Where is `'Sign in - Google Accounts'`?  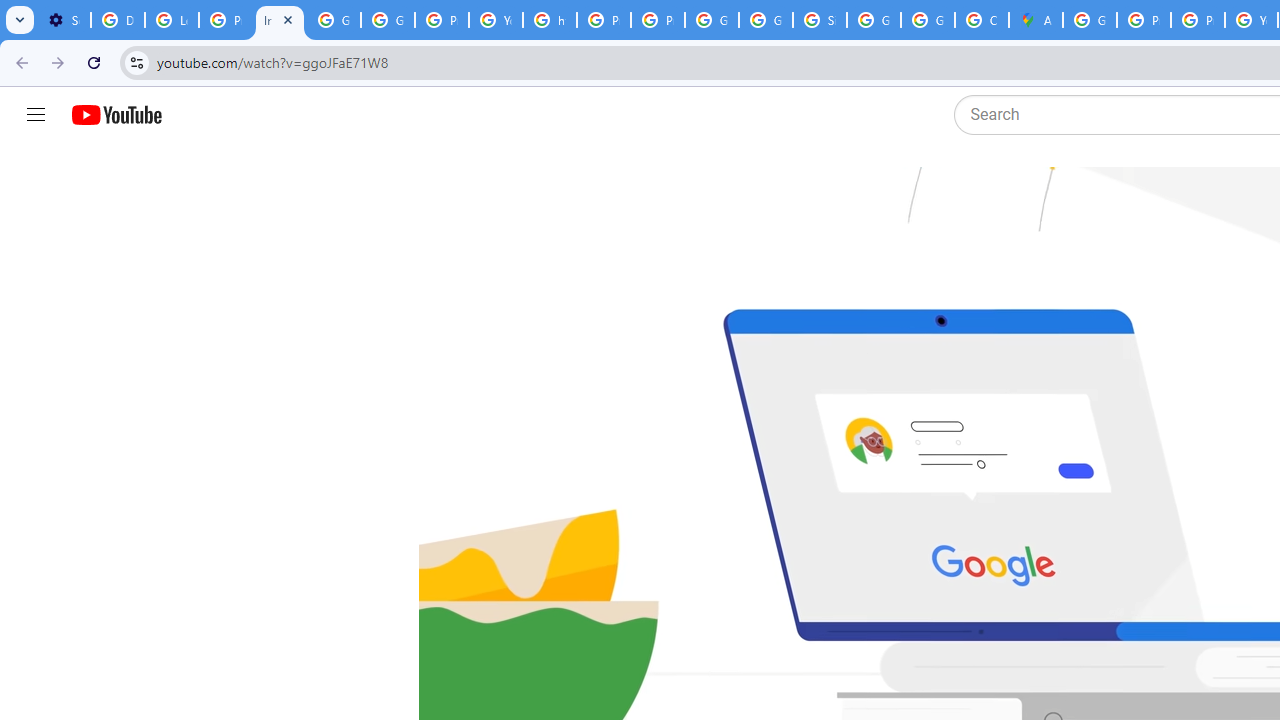 'Sign in - Google Accounts' is located at coordinates (819, 20).